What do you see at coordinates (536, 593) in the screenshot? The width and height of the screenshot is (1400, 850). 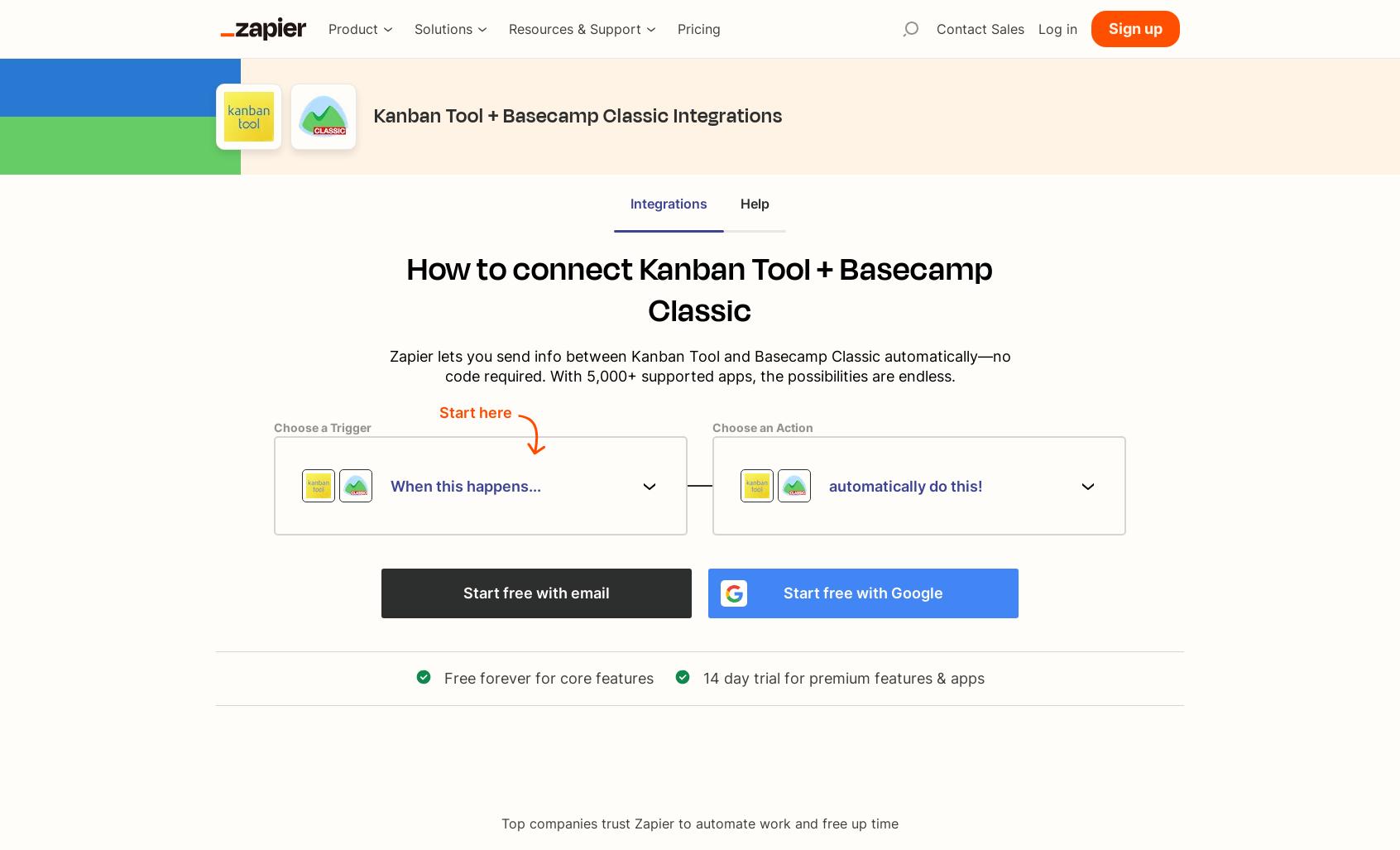 I see `'Start free with email'` at bounding box center [536, 593].